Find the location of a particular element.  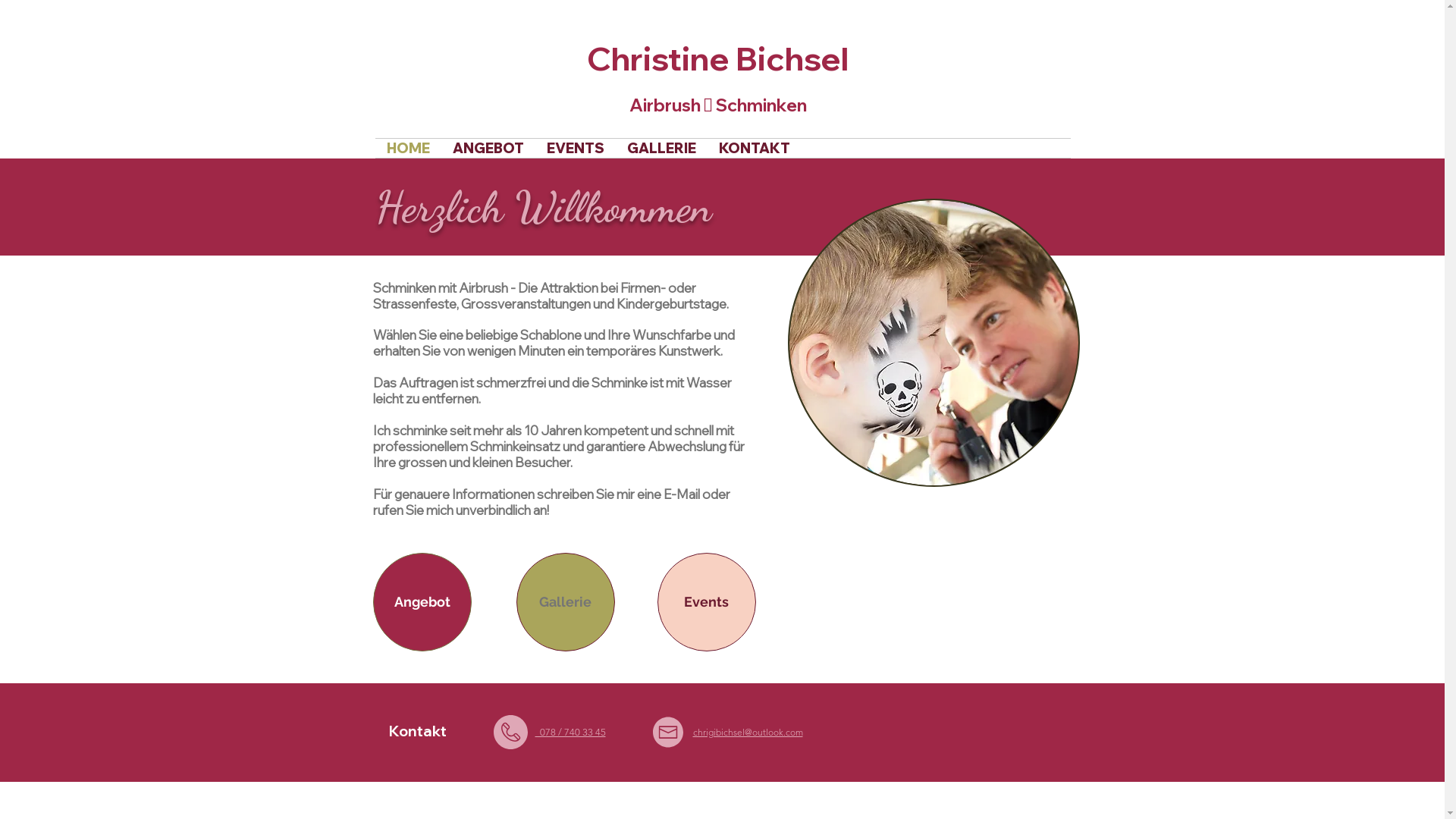

'HOME' is located at coordinates (407, 148).